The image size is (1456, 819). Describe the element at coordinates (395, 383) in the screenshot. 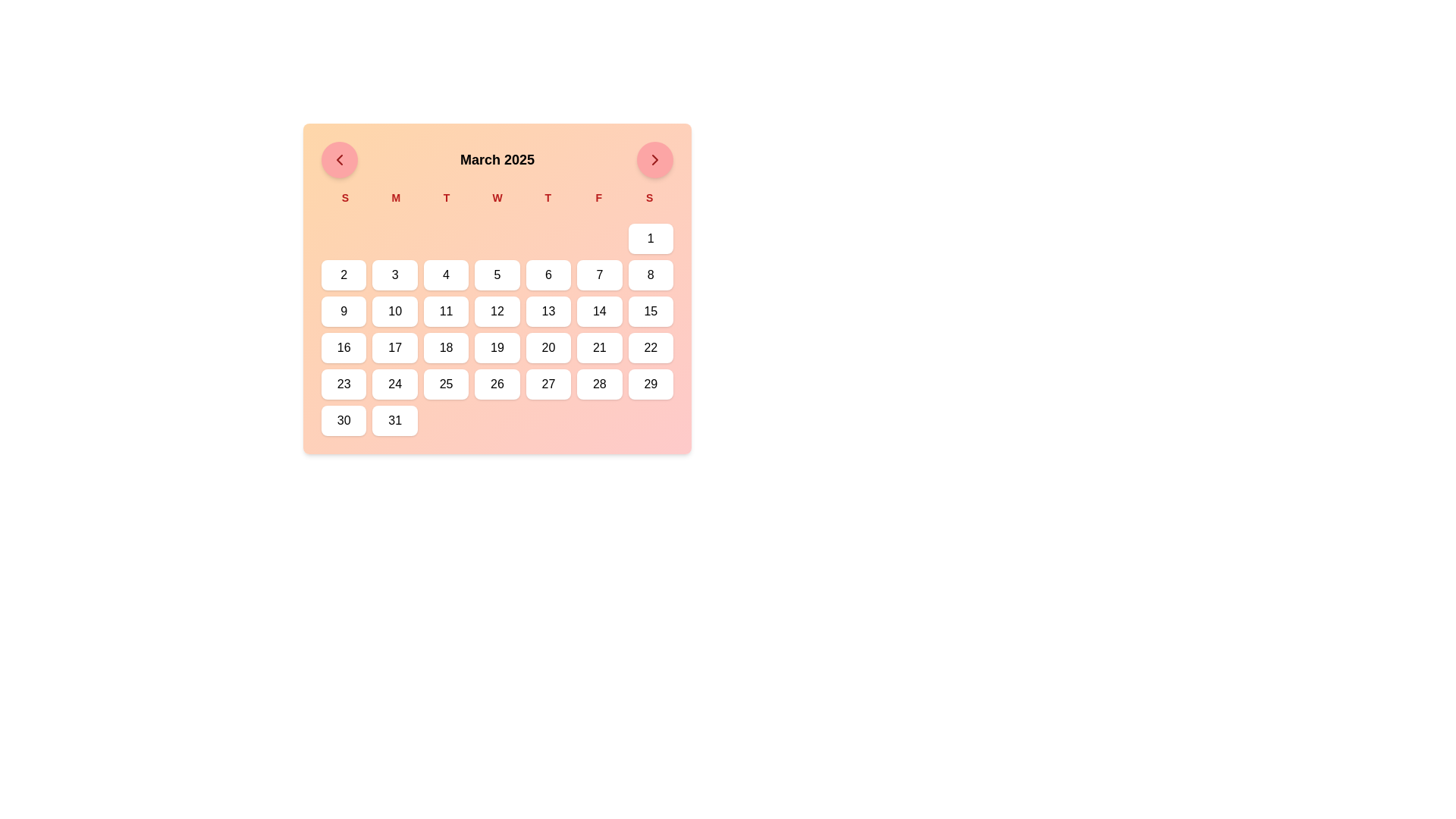

I see `the date selector button for the day '24' in the calendar interface, located in the fourth column and fifth row of a 7x7 grid` at that location.